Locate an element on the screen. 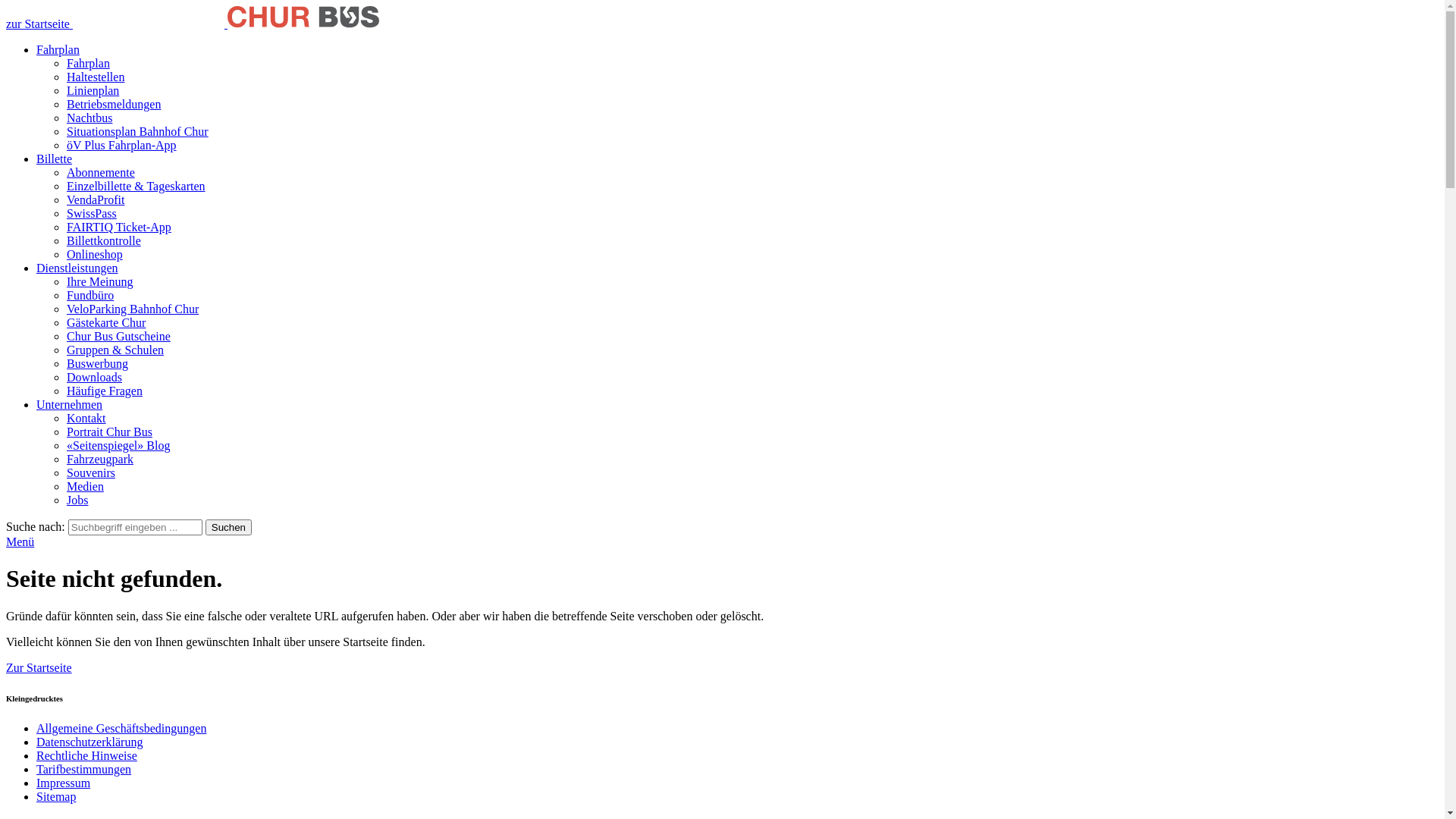 This screenshot has width=1456, height=819. 'Haltestellen' is located at coordinates (94, 77).